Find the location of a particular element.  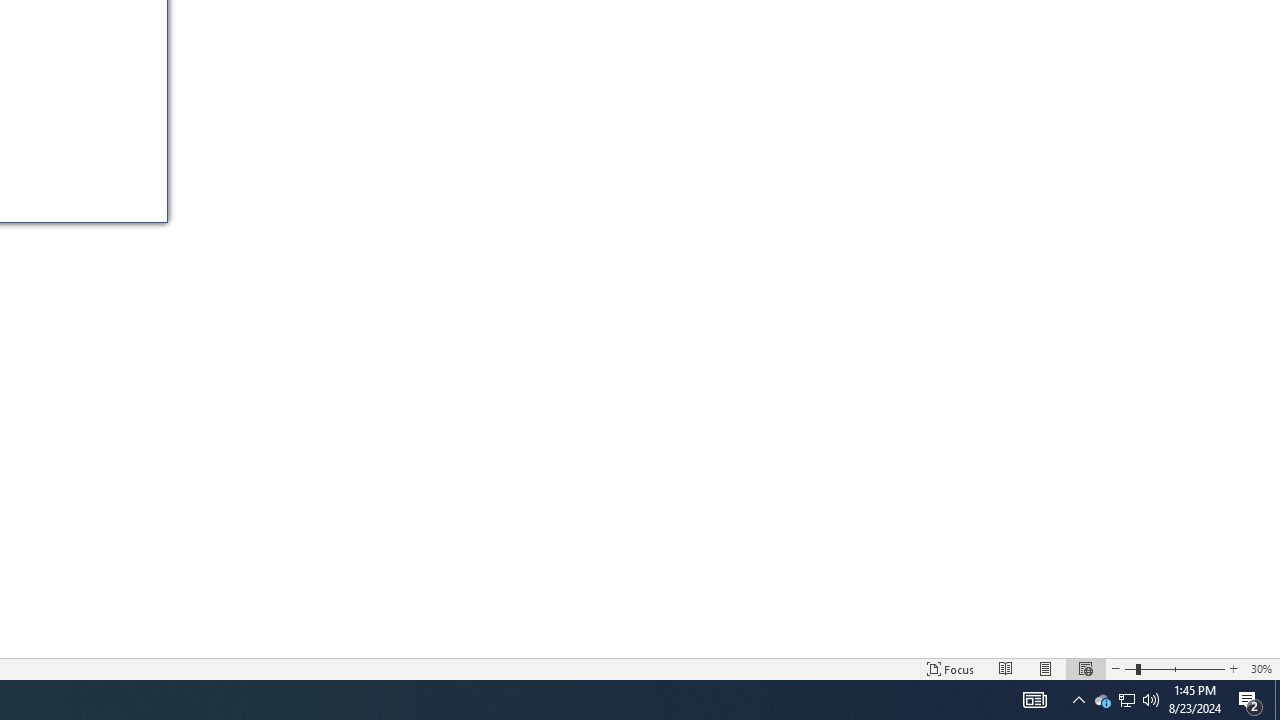

'User Promoted Notification Area' is located at coordinates (1127, 698).